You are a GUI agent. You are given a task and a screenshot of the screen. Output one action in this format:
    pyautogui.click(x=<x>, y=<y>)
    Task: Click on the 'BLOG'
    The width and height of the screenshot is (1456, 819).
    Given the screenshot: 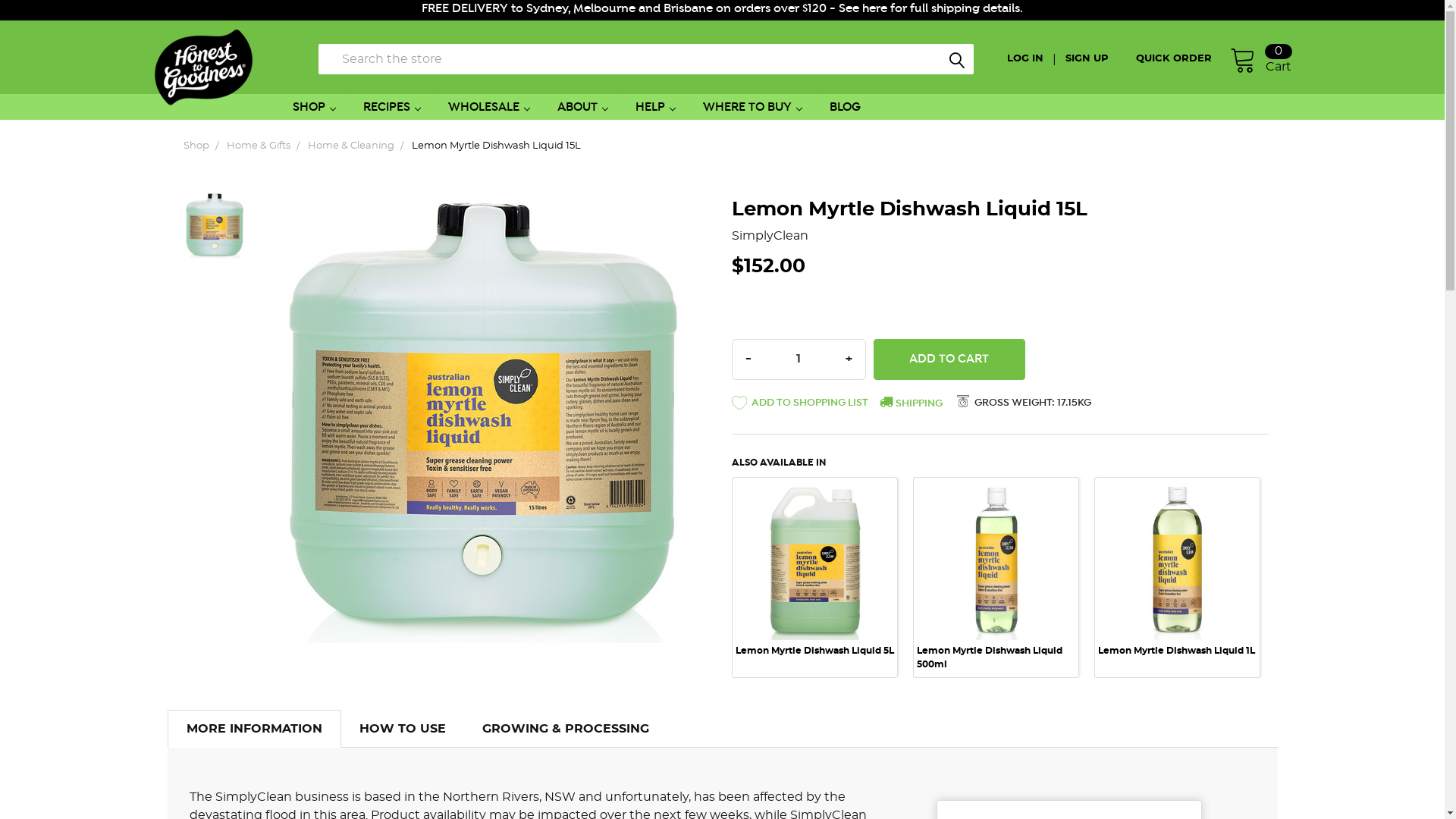 What is the action you would take?
    pyautogui.click(x=844, y=106)
    